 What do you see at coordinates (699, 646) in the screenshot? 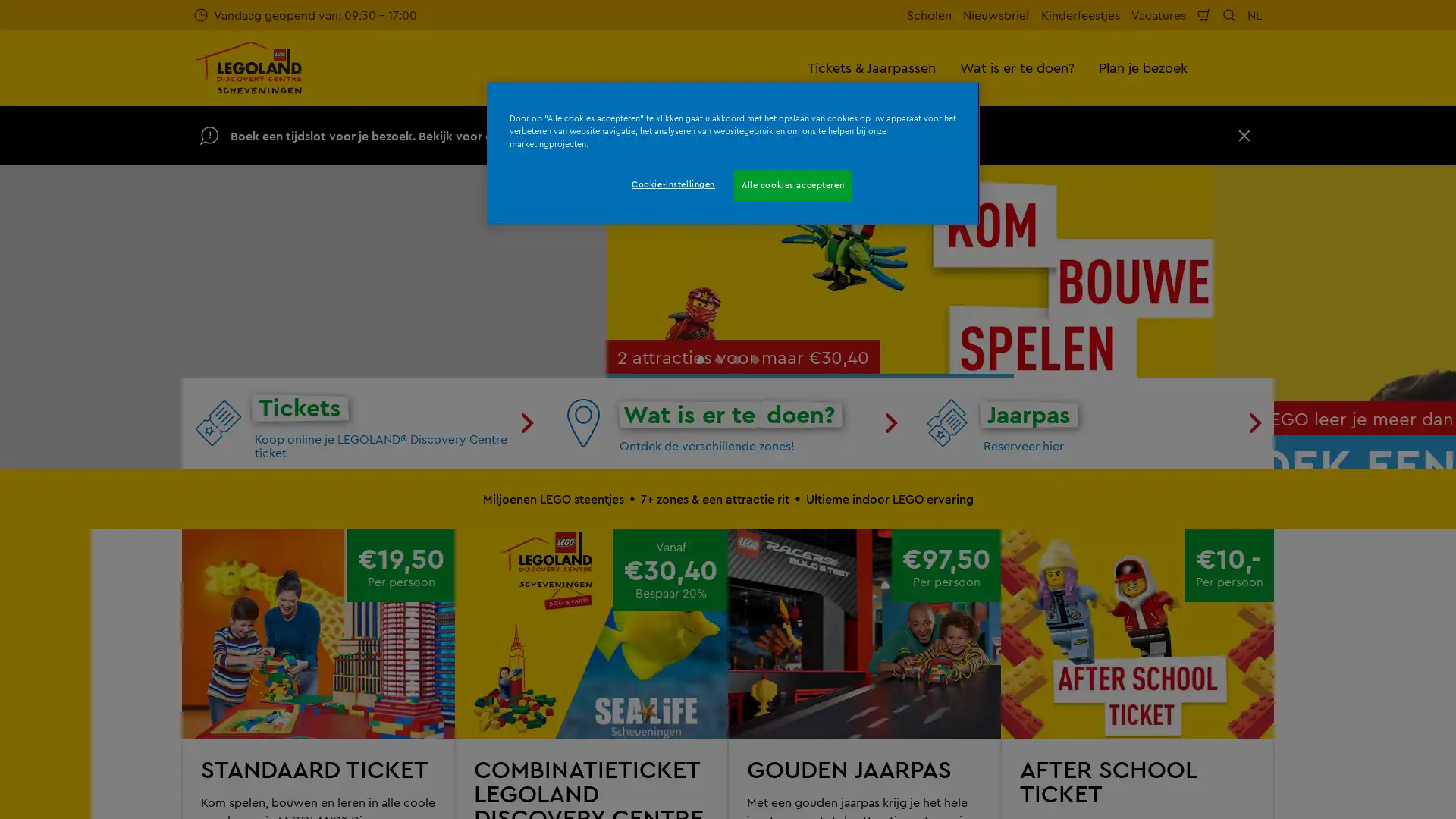
I see `Go to slide 1` at bounding box center [699, 646].